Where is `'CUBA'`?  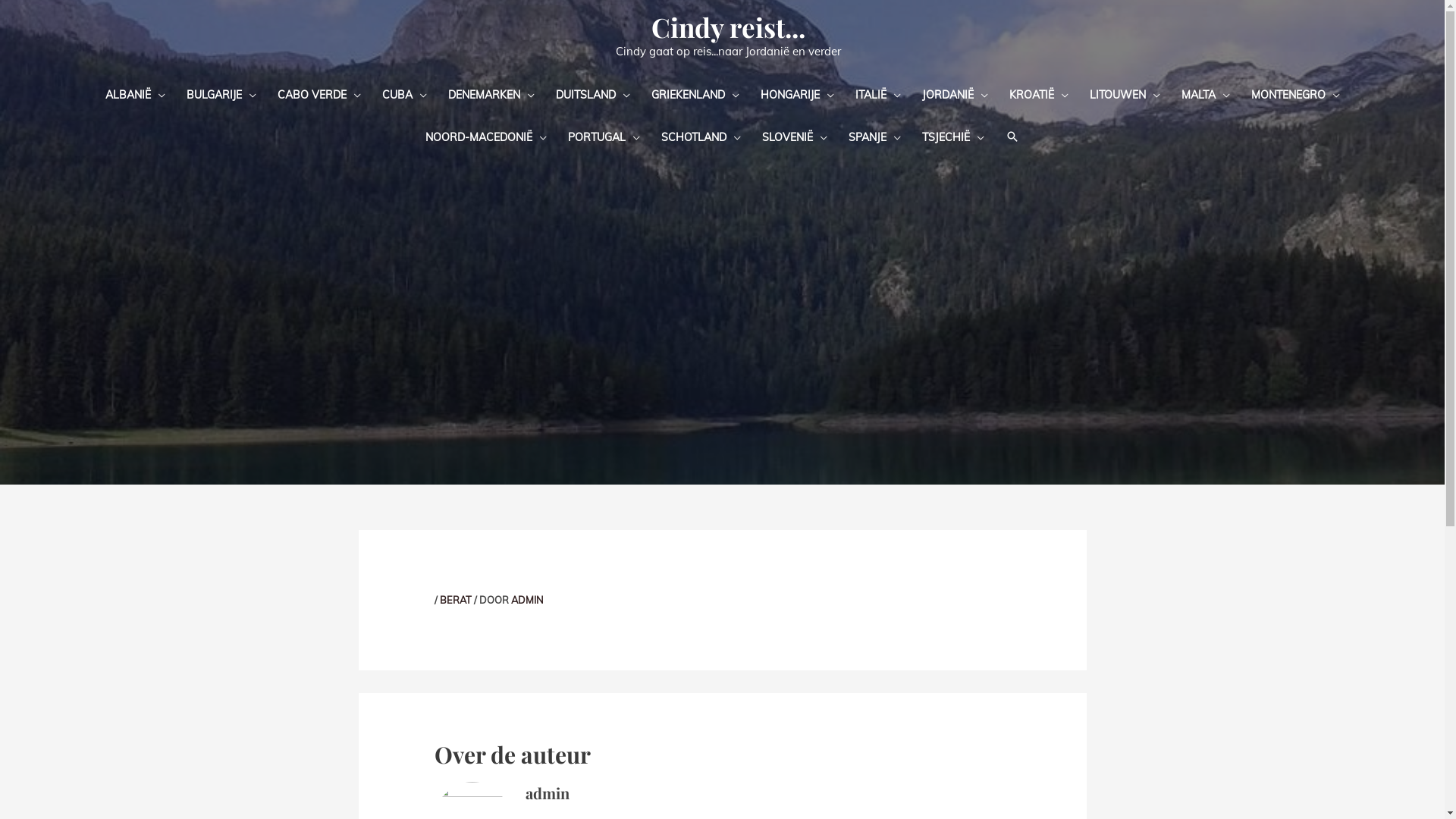 'CUBA' is located at coordinates (404, 93).